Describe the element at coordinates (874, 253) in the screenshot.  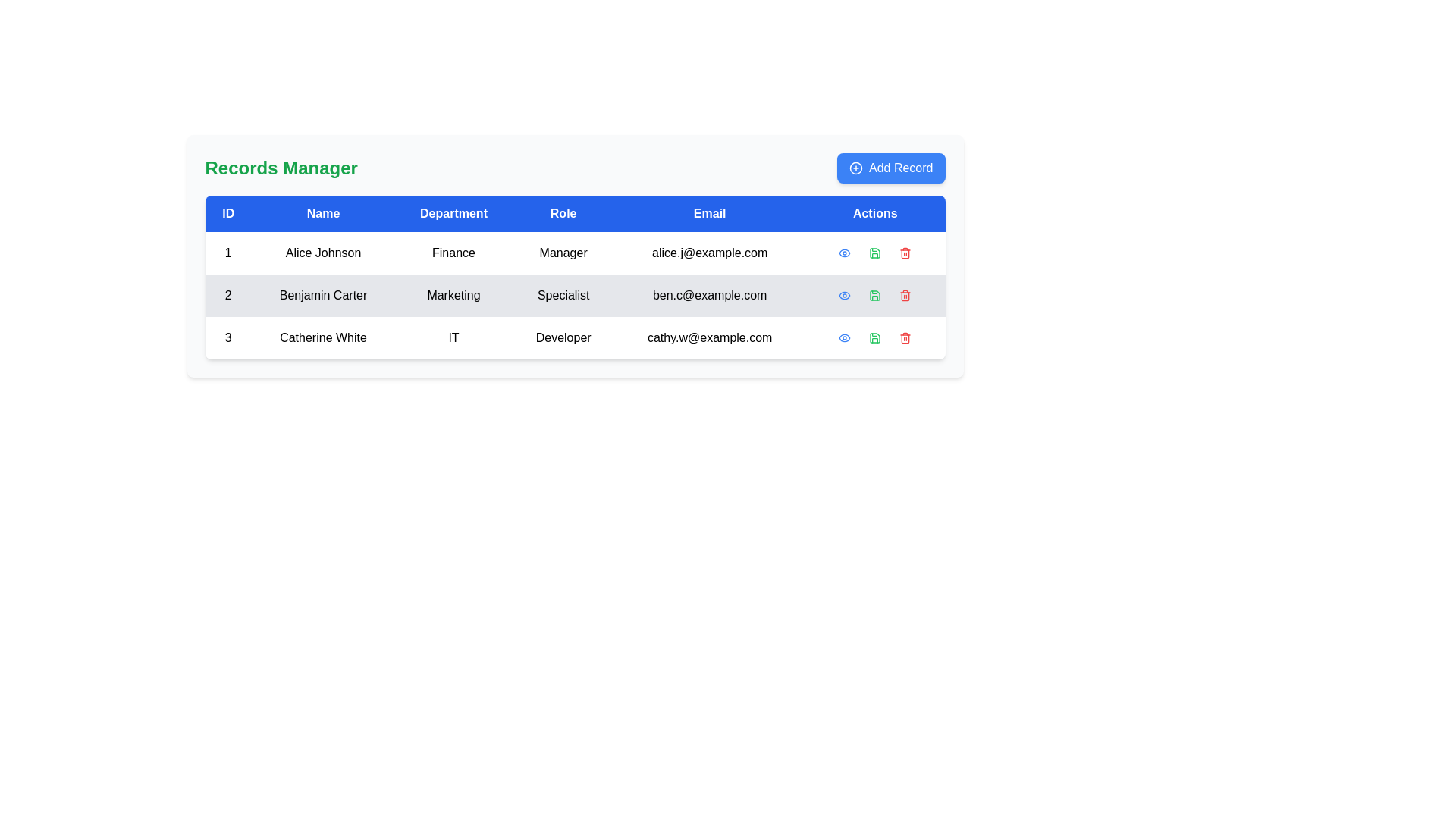
I see `the small green button with a save icon located under the 'Actions' column in the first row of the table` at that location.